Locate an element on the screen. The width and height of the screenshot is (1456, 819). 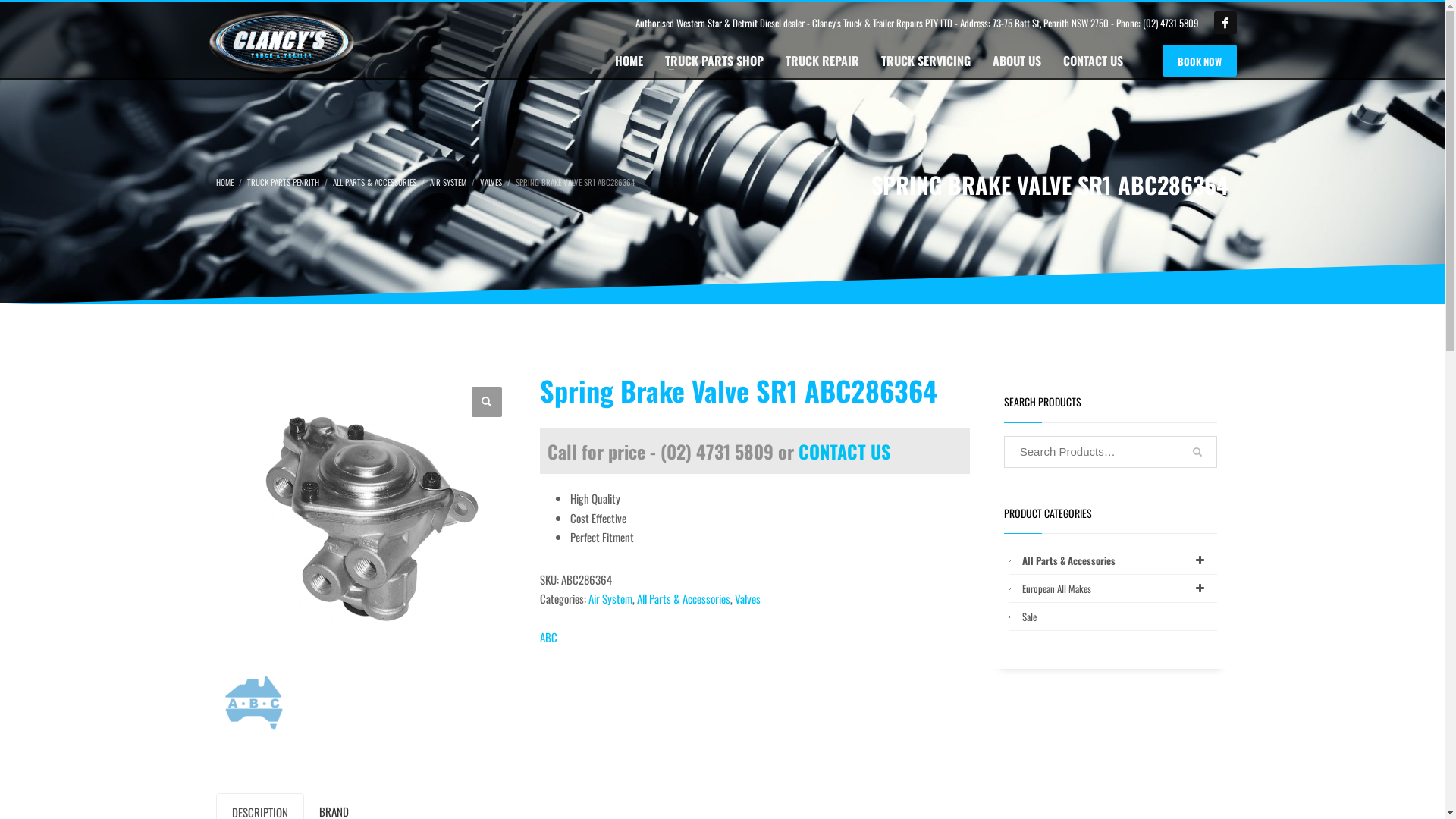
'Search for:' is located at coordinates (1110, 451).